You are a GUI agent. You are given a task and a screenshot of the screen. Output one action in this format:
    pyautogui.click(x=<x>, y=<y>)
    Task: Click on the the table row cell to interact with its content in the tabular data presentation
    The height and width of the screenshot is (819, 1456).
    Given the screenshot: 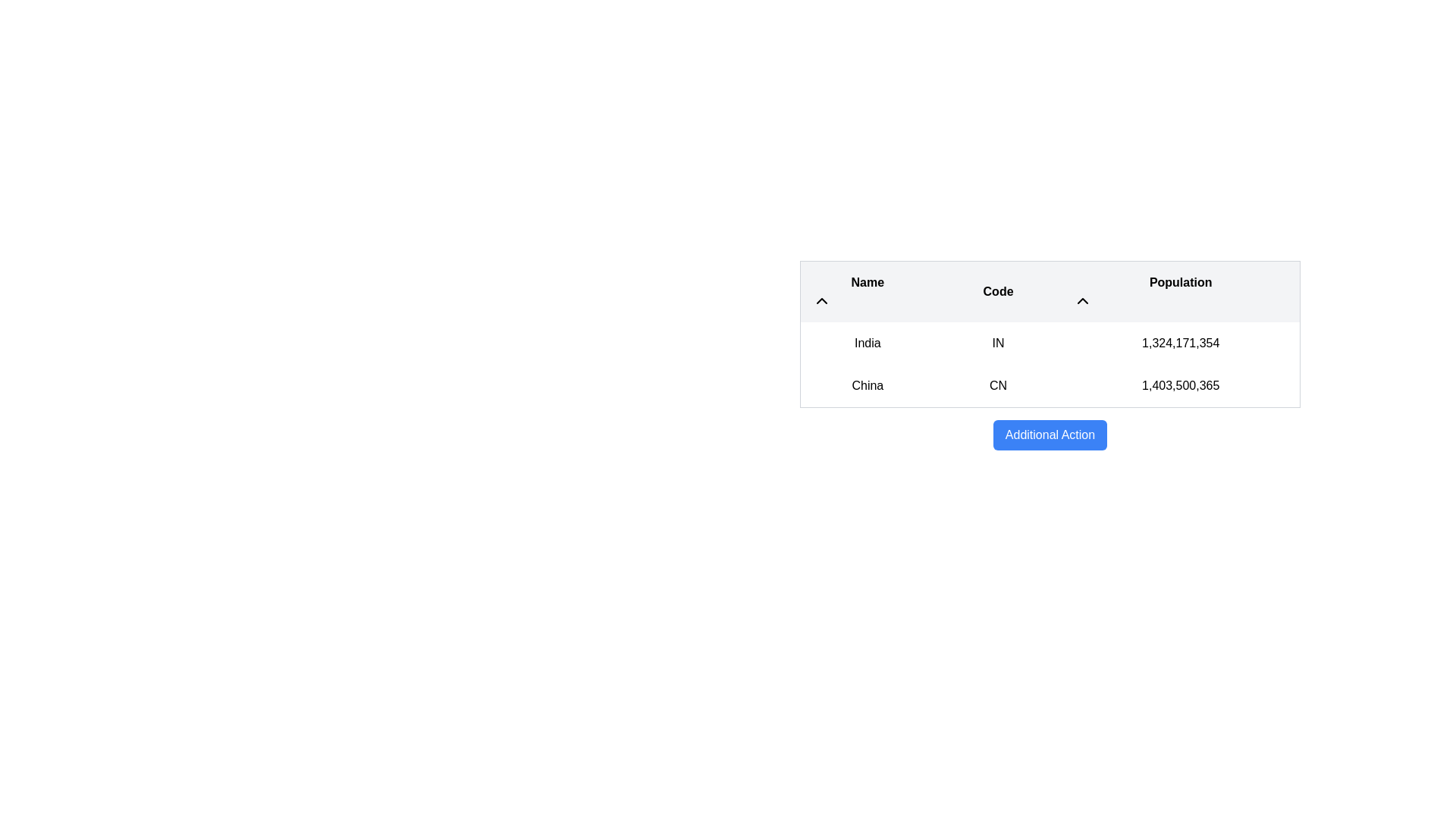 What is the action you would take?
    pyautogui.click(x=1050, y=356)
    